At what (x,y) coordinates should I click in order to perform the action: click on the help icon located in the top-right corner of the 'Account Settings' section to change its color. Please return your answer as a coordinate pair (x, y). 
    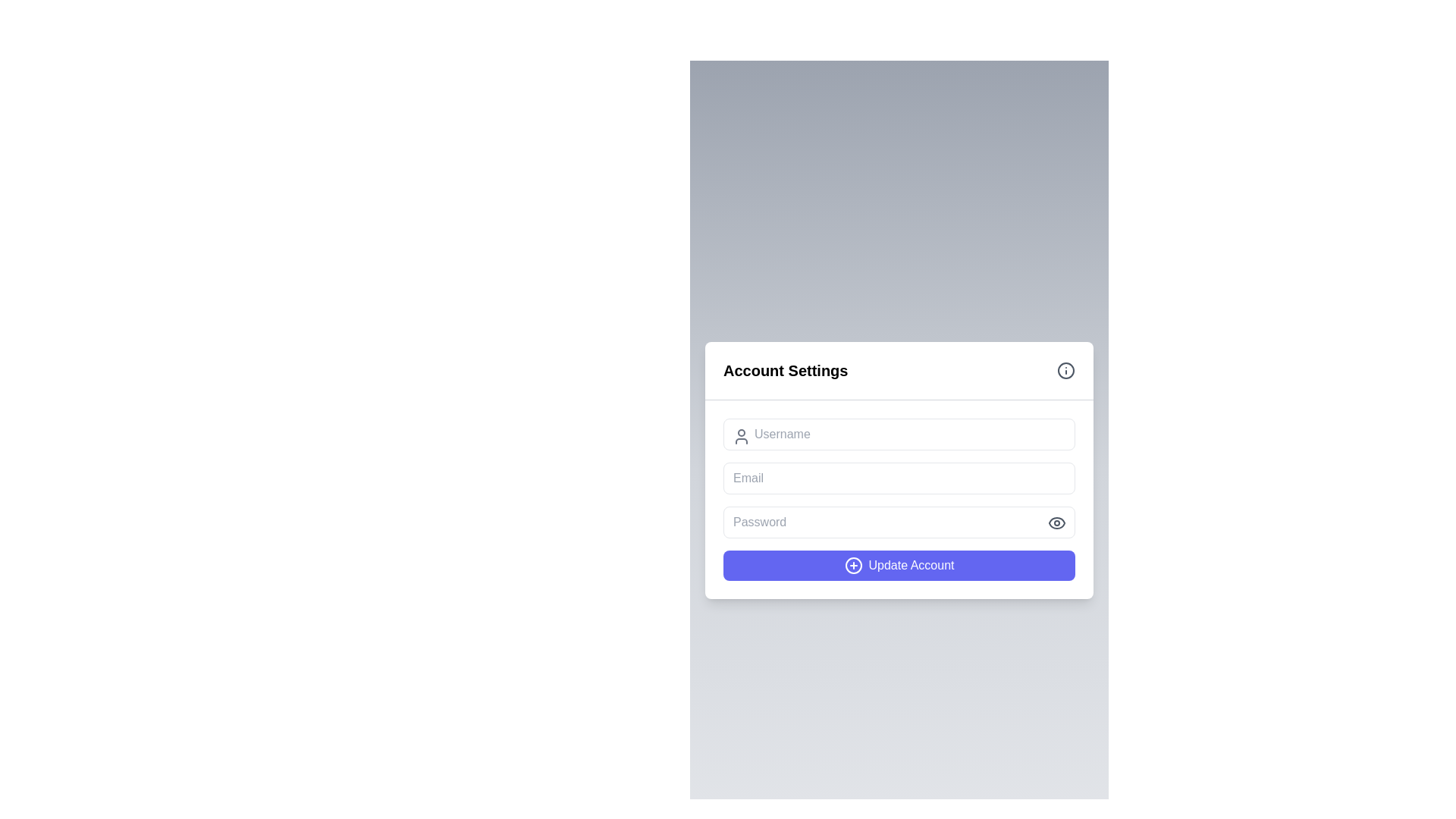
    Looking at the image, I should click on (1065, 370).